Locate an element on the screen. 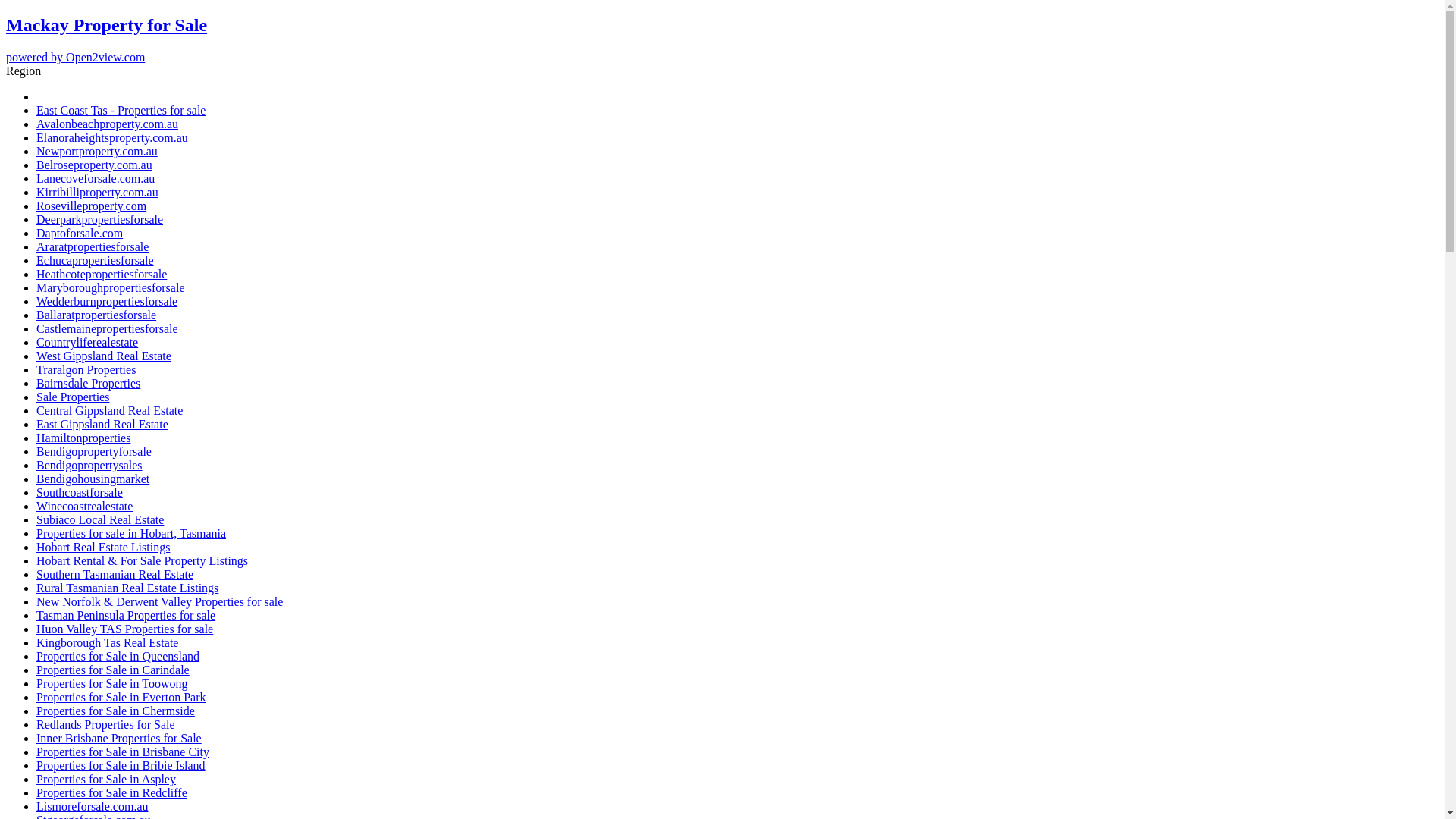 This screenshot has width=1456, height=819. 'Southcoastforsale' is located at coordinates (79, 492).